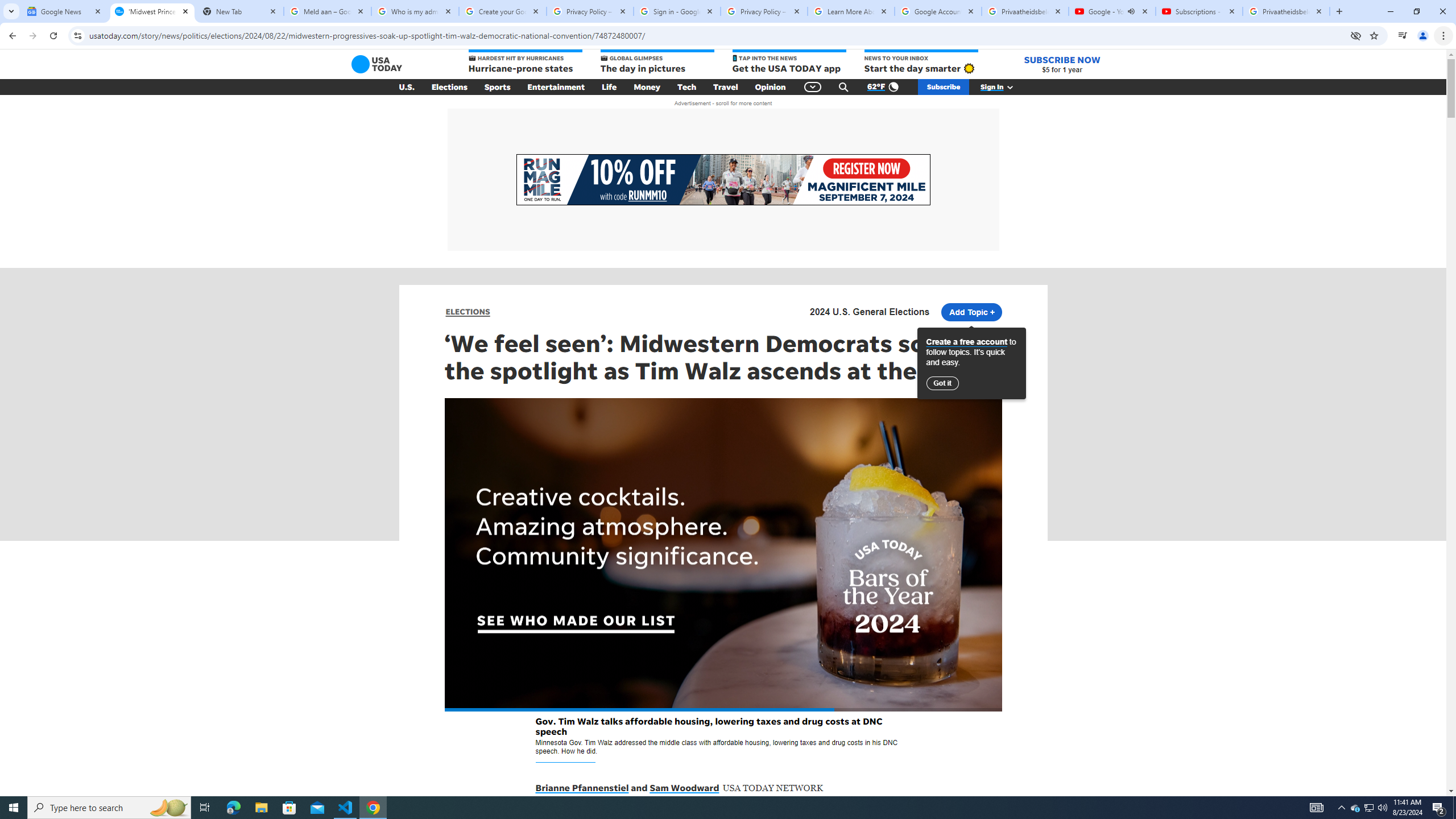 The image size is (1456, 819). I want to click on 'SUBSCRIBE NOW $5 for 1 year', so click(1062, 64).